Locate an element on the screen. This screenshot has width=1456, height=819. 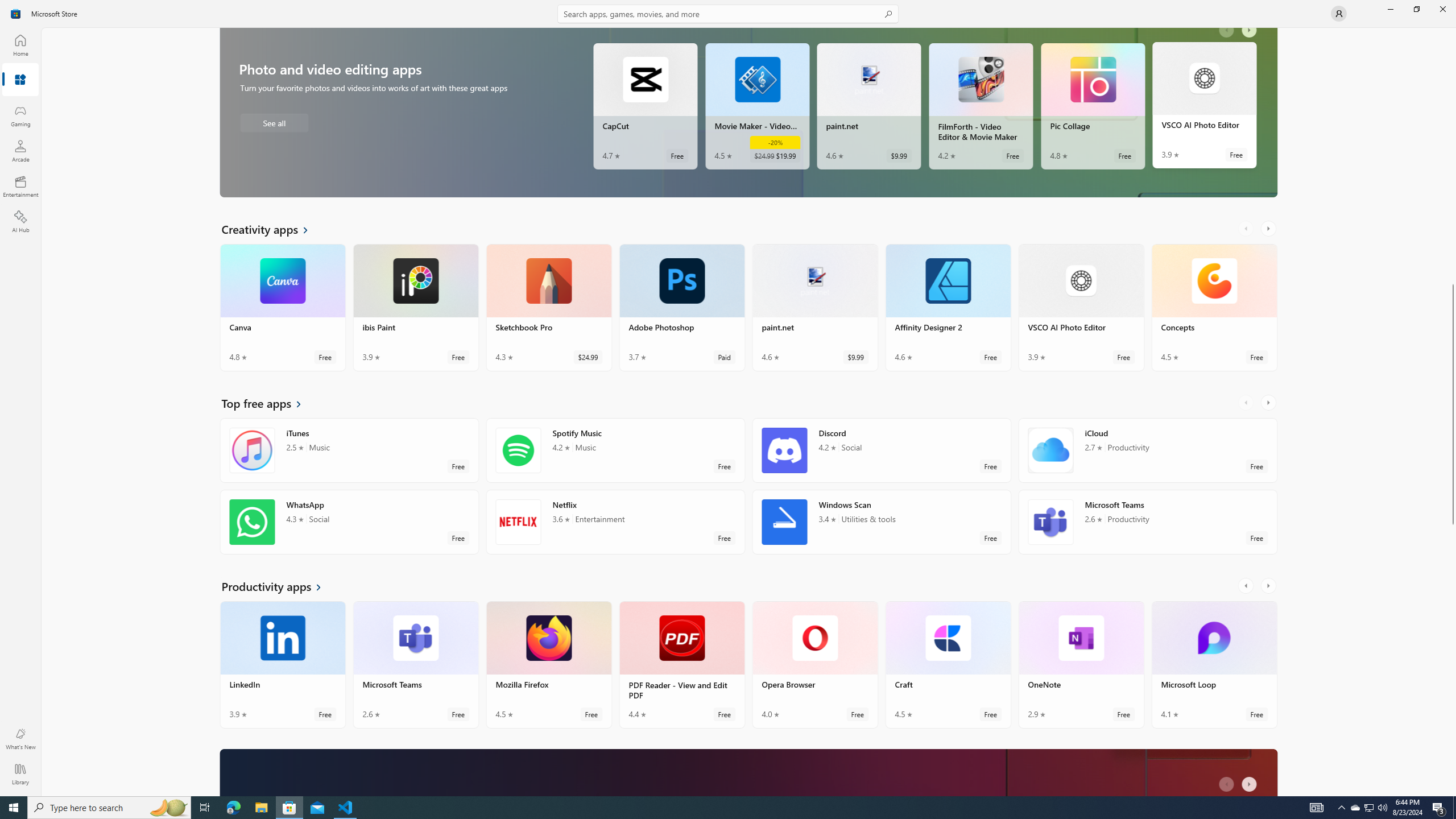
'ibis Paint. Average rating of 3.9 out of five stars. Free  ' is located at coordinates (415, 311).